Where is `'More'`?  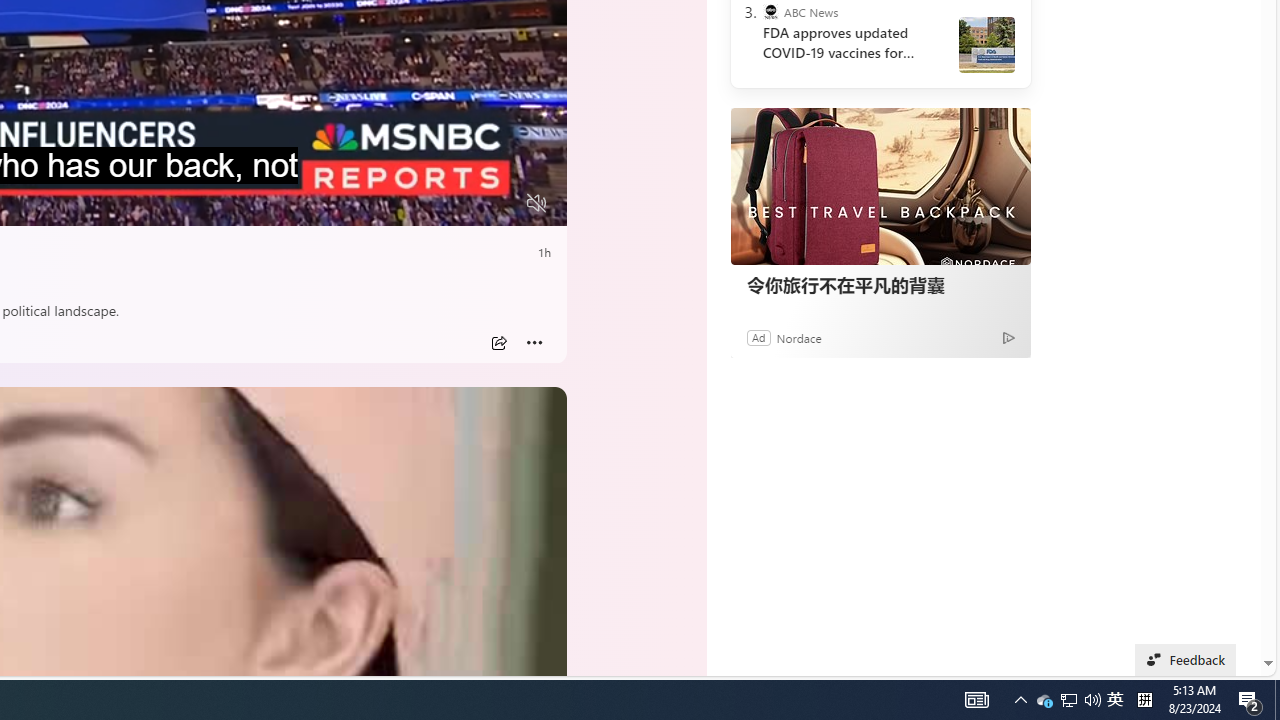 'More' is located at coordinates (534, 342).